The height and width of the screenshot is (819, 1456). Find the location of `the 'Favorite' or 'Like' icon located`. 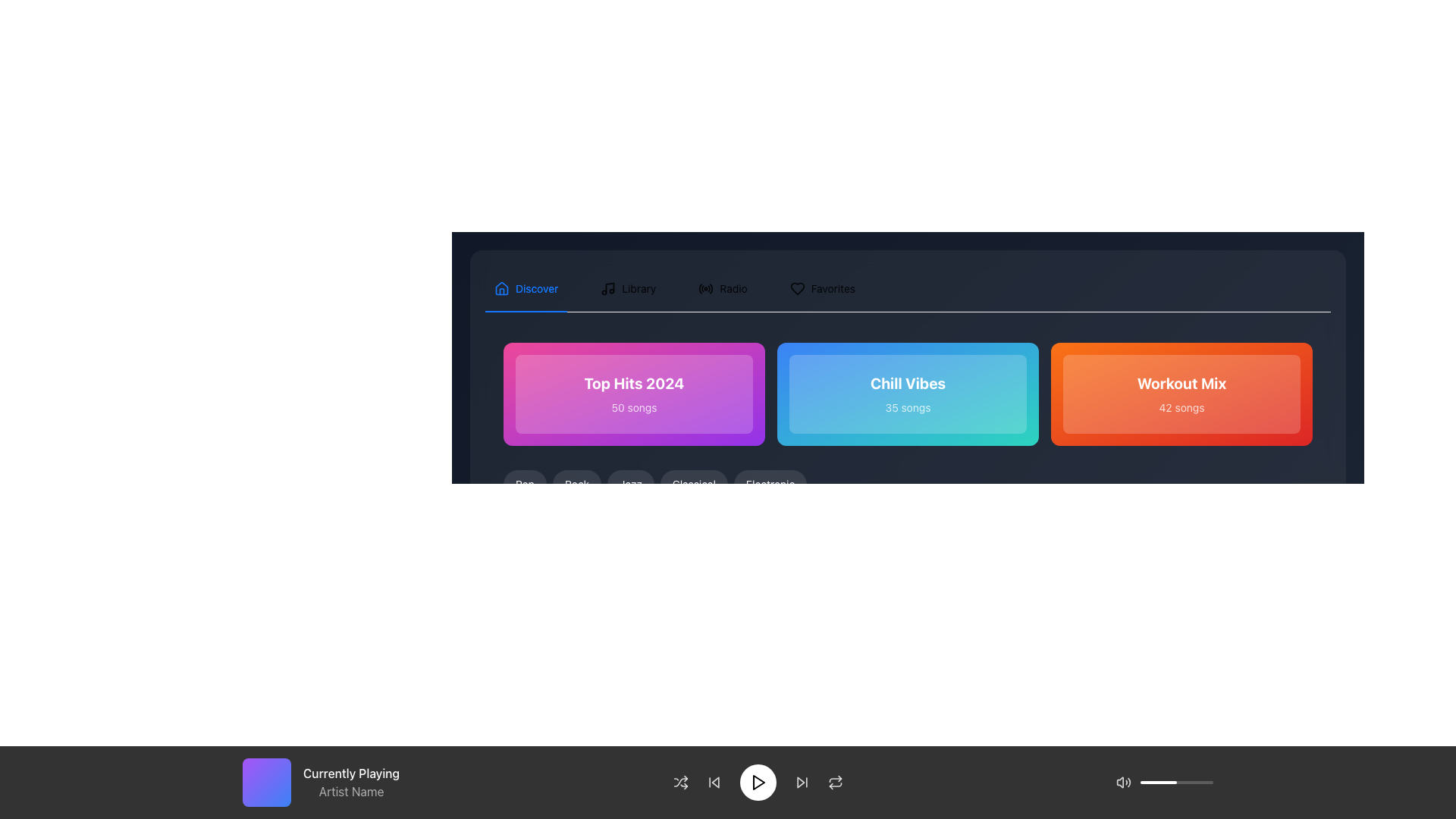

the 'Favorite' or 'Like' icon located is located at coordinates (796, 289).